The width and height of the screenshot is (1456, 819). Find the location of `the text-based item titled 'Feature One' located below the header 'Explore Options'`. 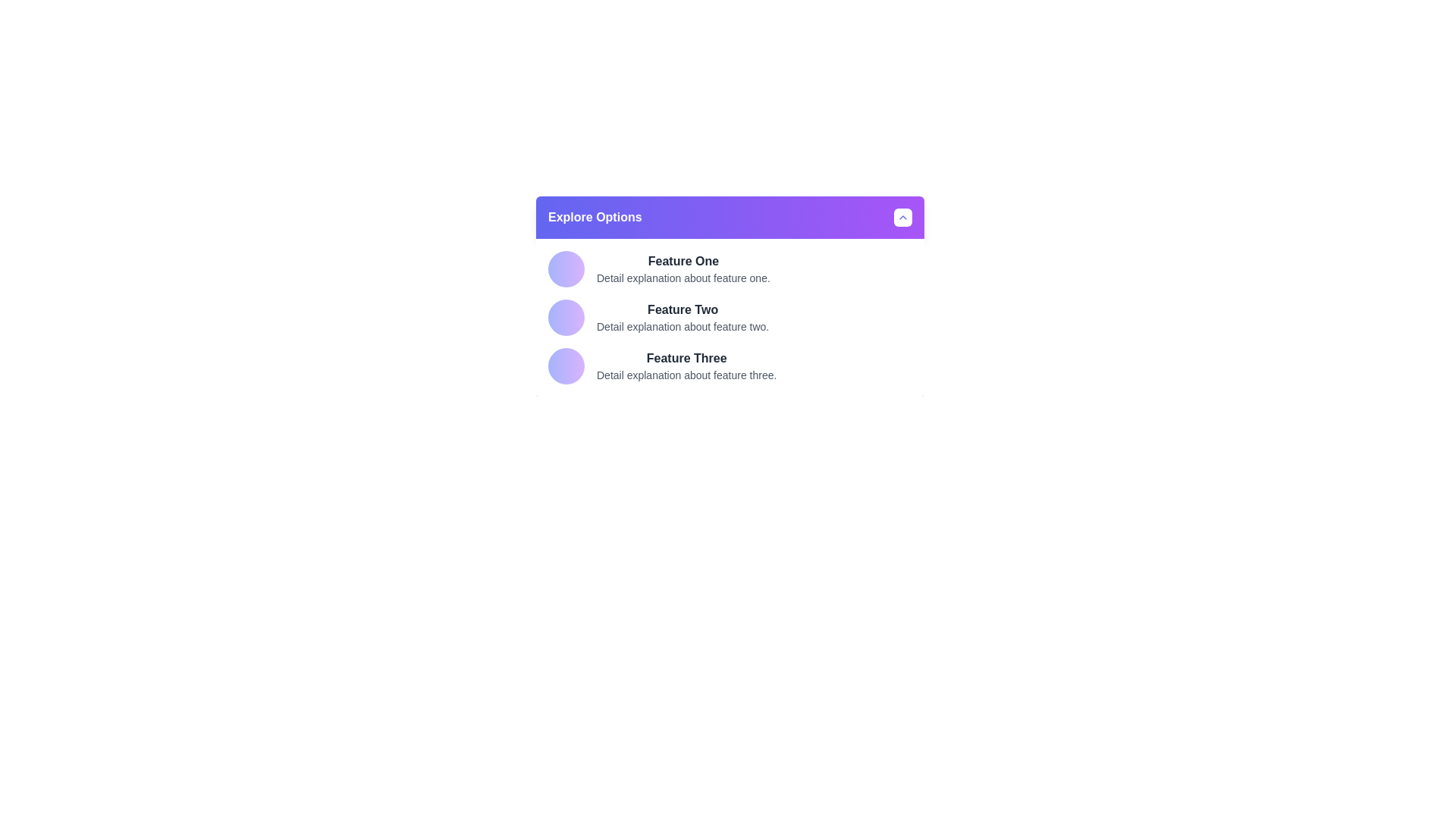

the text-based item titled 'Feature One' located below the header 'Explore Options' is located at coordinates (682, 268).